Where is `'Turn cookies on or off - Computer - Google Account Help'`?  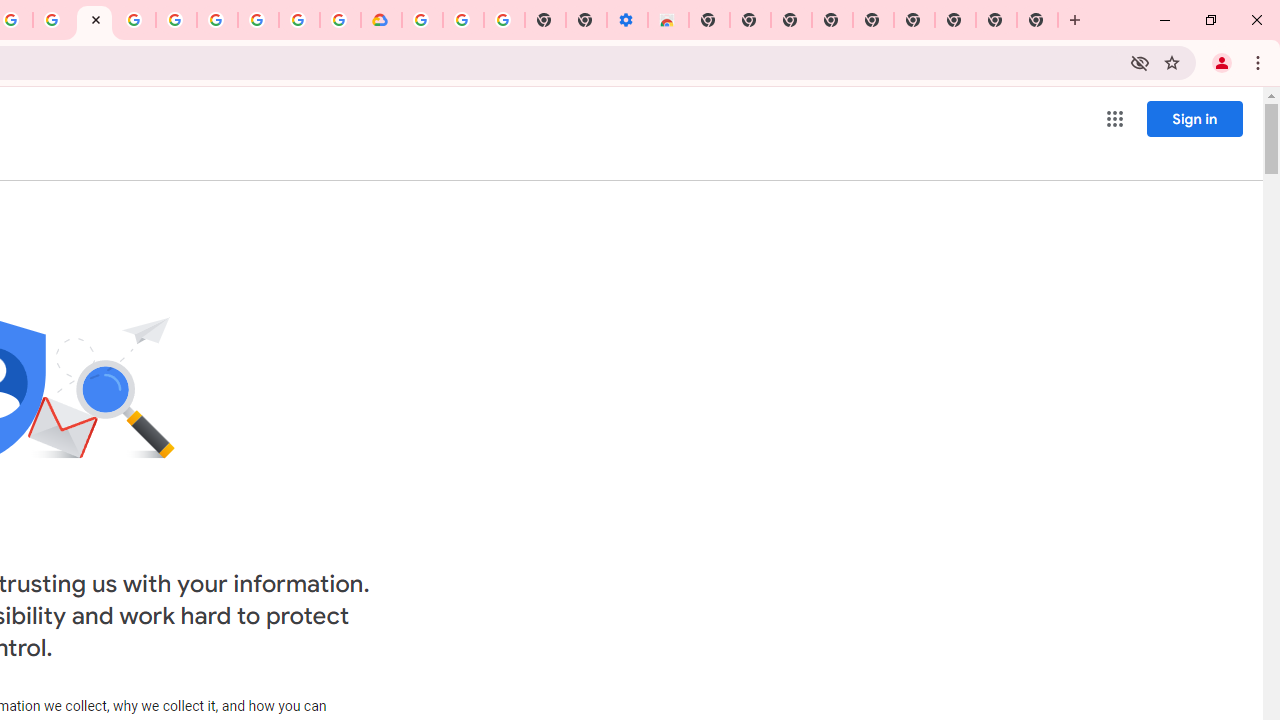 'Turn cookies on or off - Computer - Google Account Help' is located at coordinates (504, 20).